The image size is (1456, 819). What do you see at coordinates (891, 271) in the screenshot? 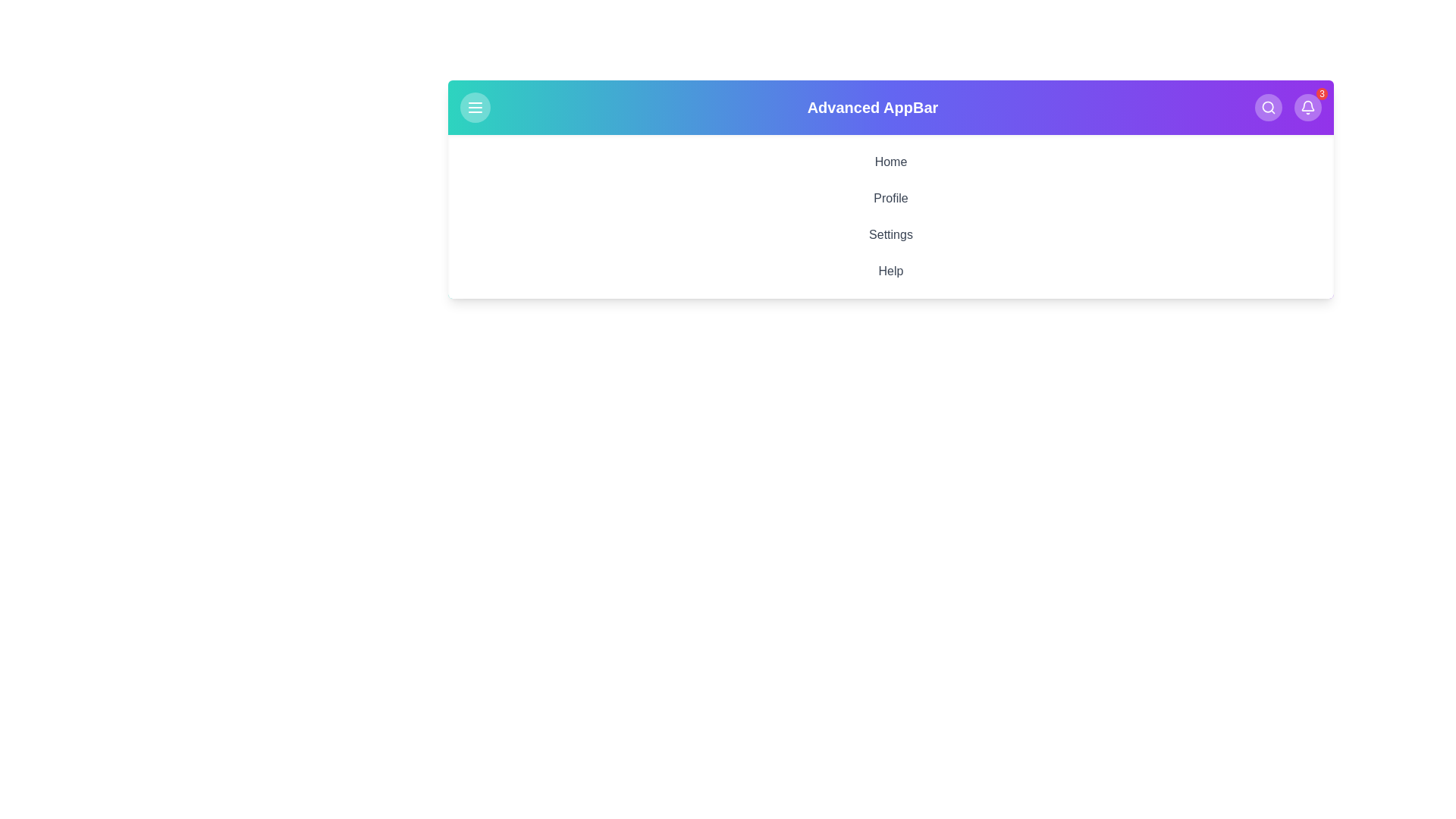
I see `the menu item Help` at bounding box center [891, 271].